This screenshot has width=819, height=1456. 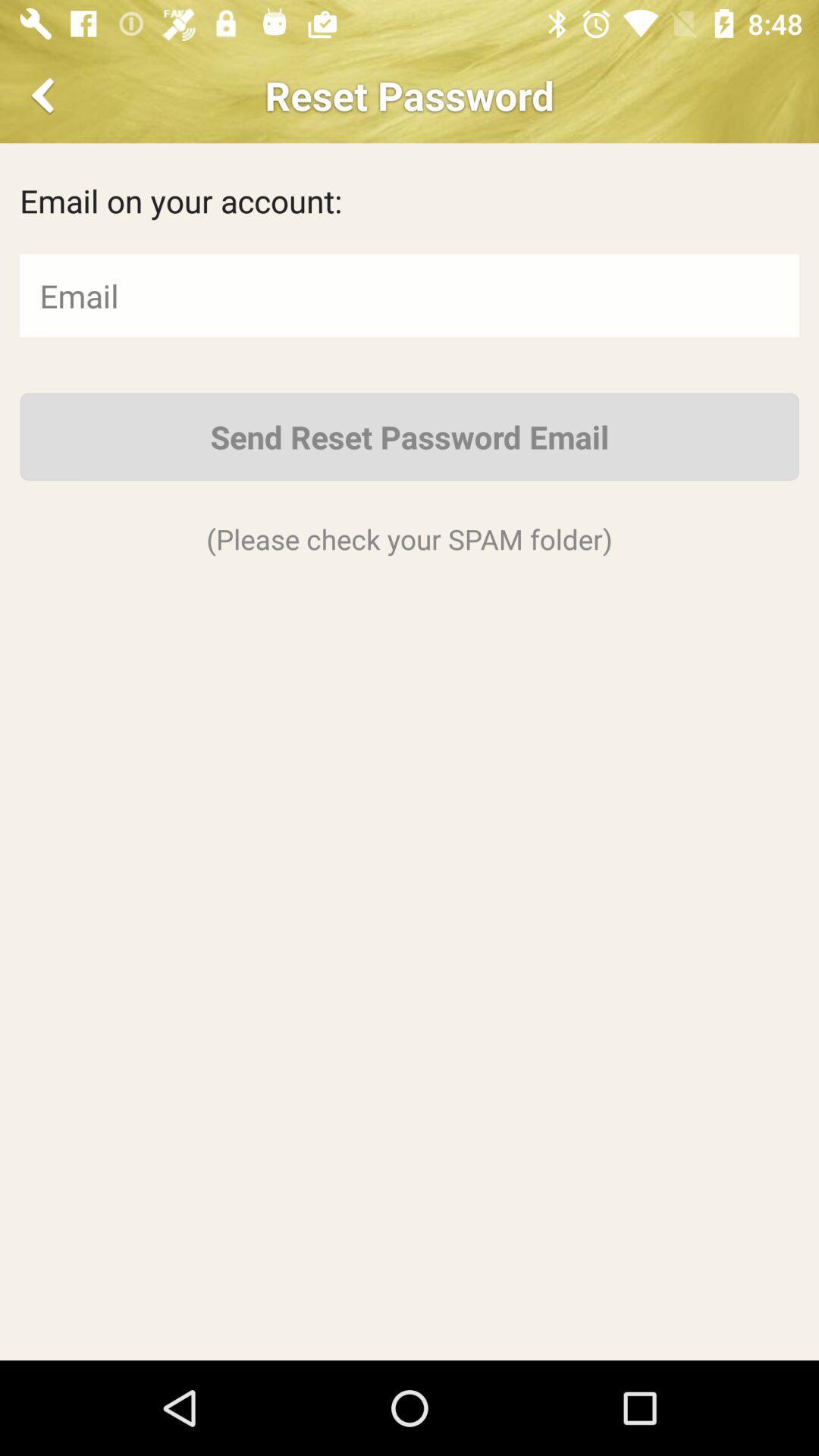 I want to click on previous, so click(x=45, y=94).